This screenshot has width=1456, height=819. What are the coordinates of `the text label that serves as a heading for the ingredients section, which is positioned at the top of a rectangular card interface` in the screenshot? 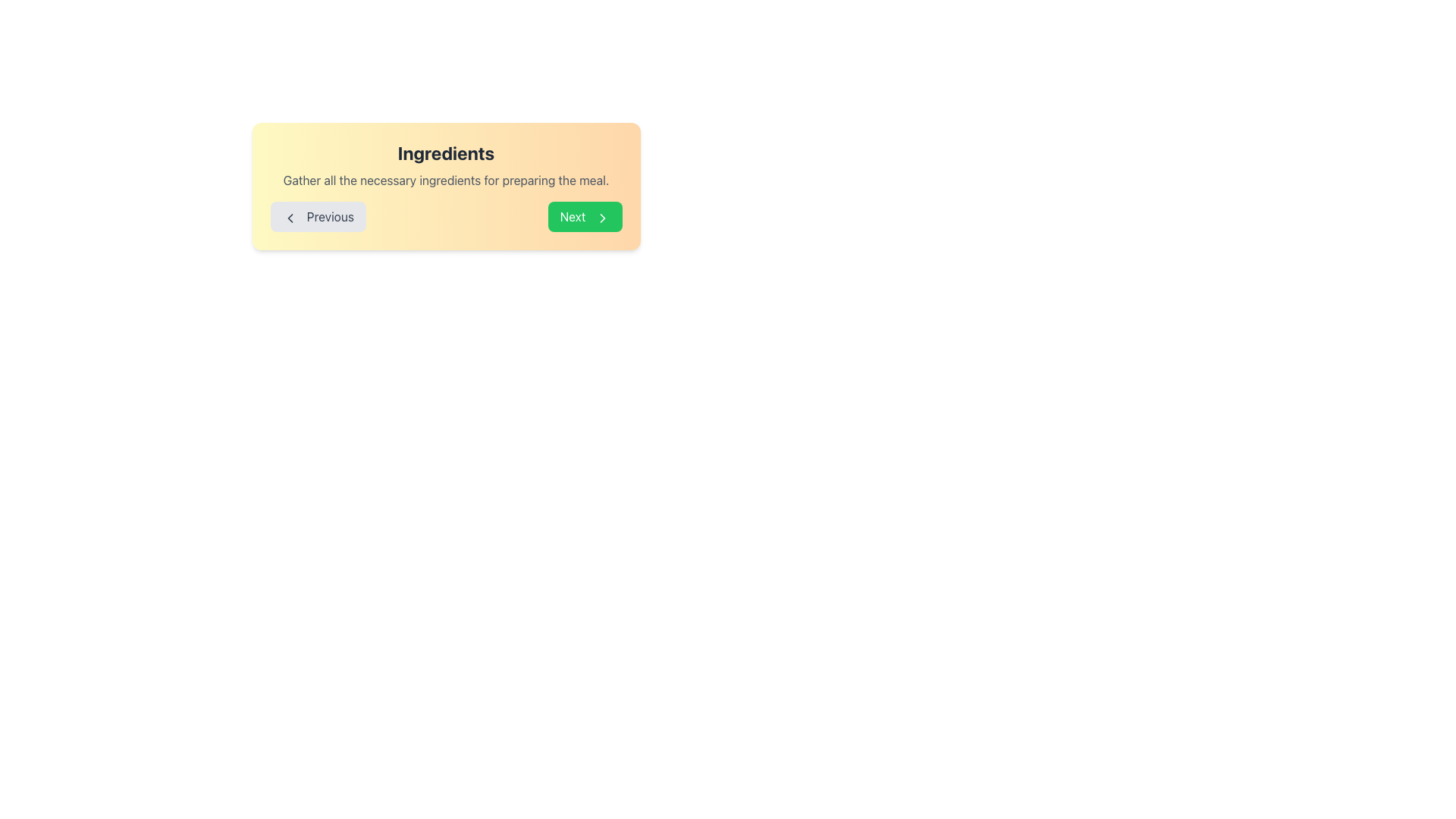 It's located at (445, 152).